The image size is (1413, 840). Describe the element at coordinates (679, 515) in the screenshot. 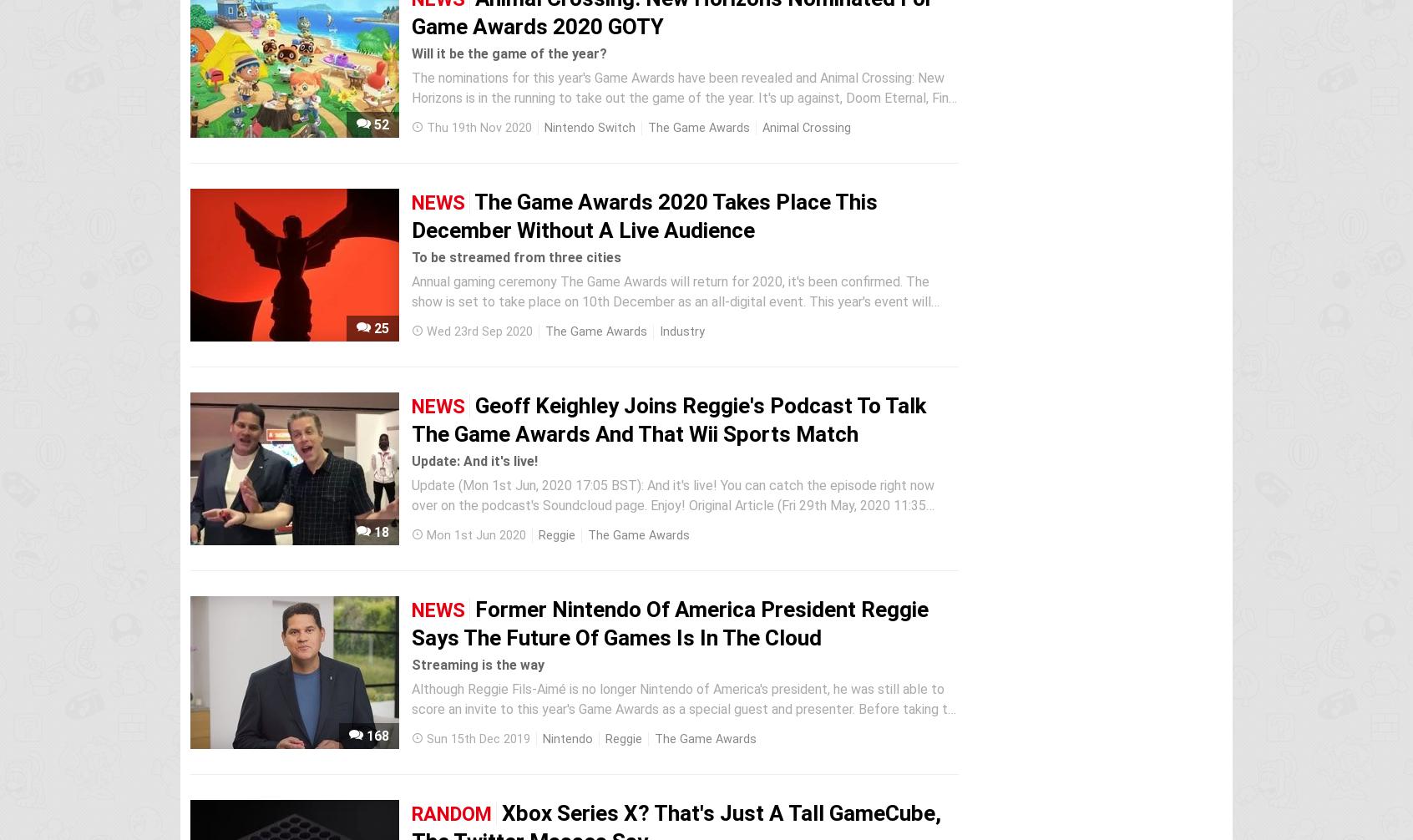

I see `'Update (Mon 1st Jun, 2020 17:05 BST): And it's live! You can catch the episode right now over on the podcast's Soundcloud page. Enjoy! 

Original Article (Fri 29th May, 2020 11:35 BST): The newest episode of Talking Games with Reggie & Harold, a podcast set up by ex-Nintendo of America president Reggie Fils-Aimé and...'` at that location.